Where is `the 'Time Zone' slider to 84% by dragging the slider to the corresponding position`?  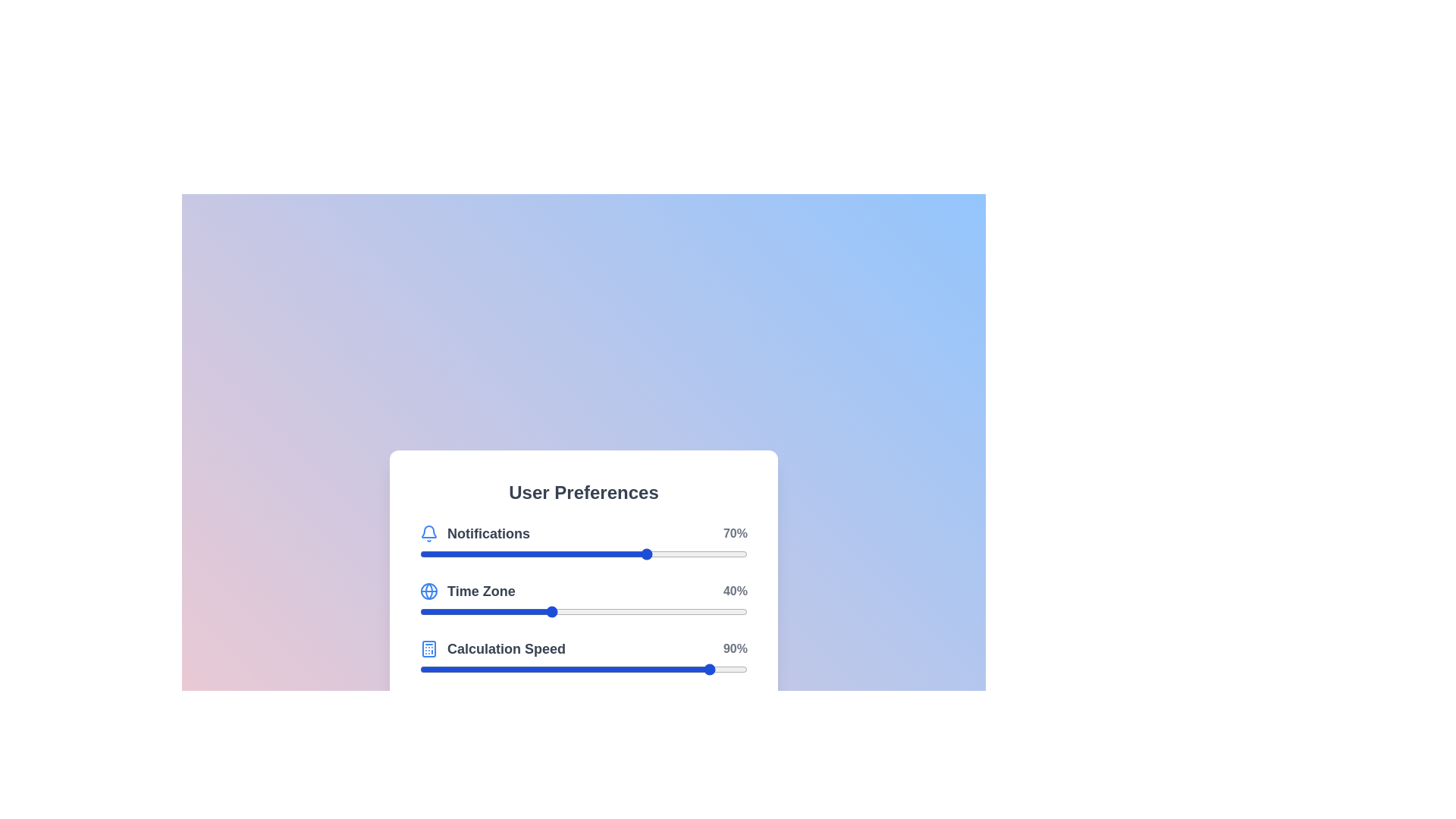 the 'Time Zone' slider to 84% by dragging the slider to the corresponding position is located at coordinates (694, 610).